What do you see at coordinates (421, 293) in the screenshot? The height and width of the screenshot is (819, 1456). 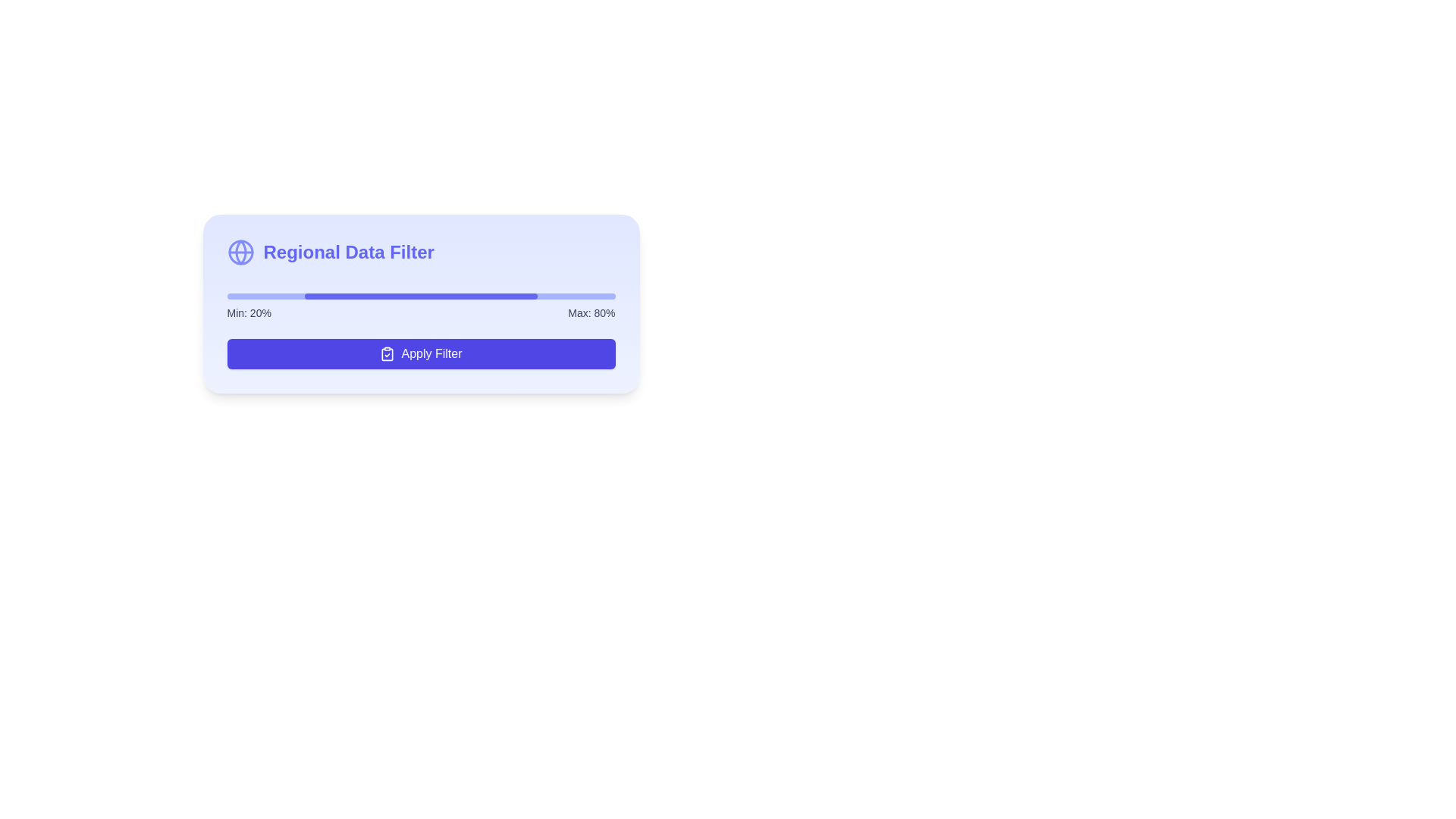 I see `the thumb of the range slider input` at bounding box center [421, 293].